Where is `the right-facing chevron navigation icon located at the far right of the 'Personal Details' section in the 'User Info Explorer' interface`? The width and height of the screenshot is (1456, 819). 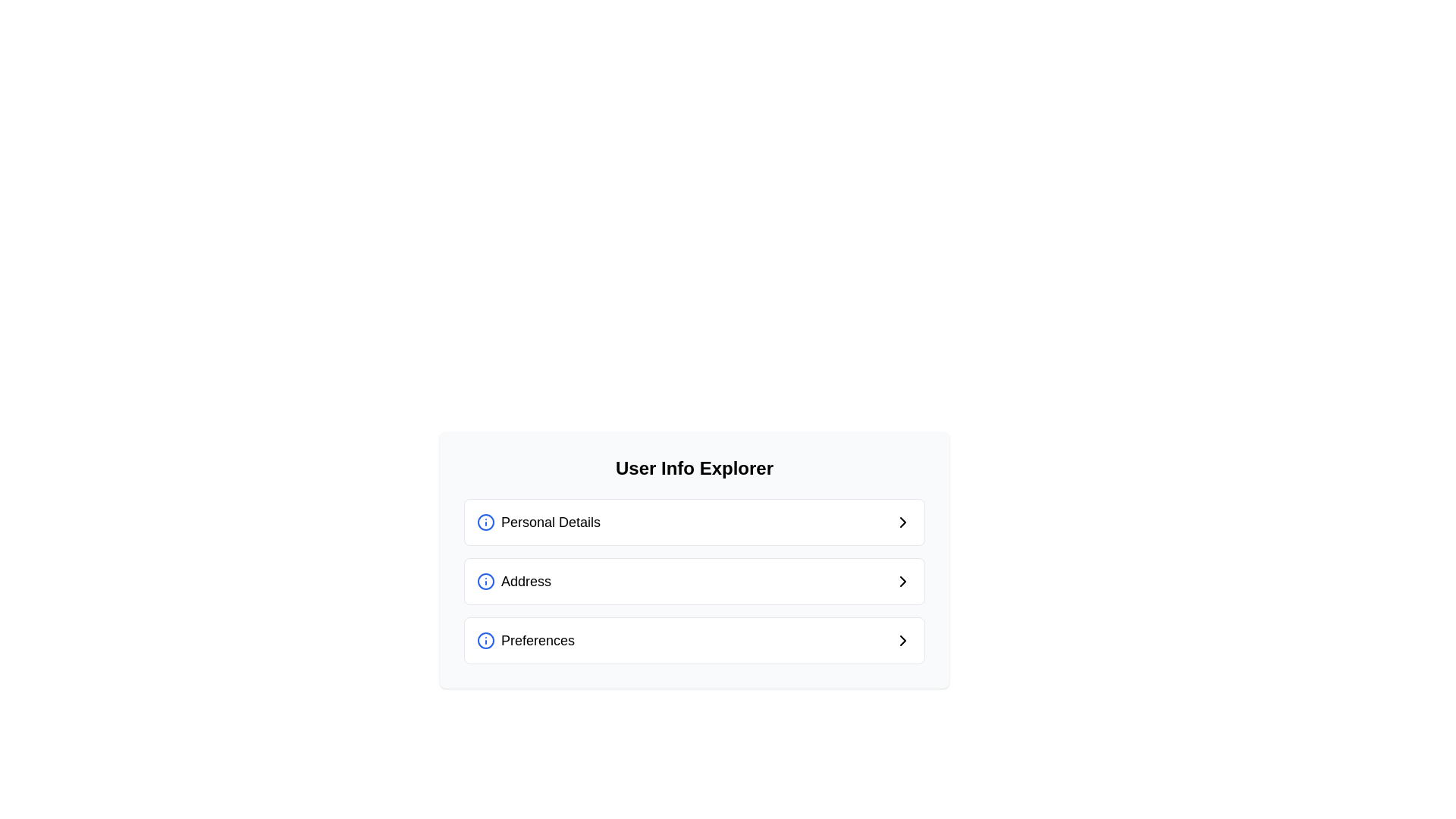 the right-facing chevron navigation icon located at the far right of the 'Personal Details' section in the 'User Info Explorer' interface is located at coordinates (902, 522).